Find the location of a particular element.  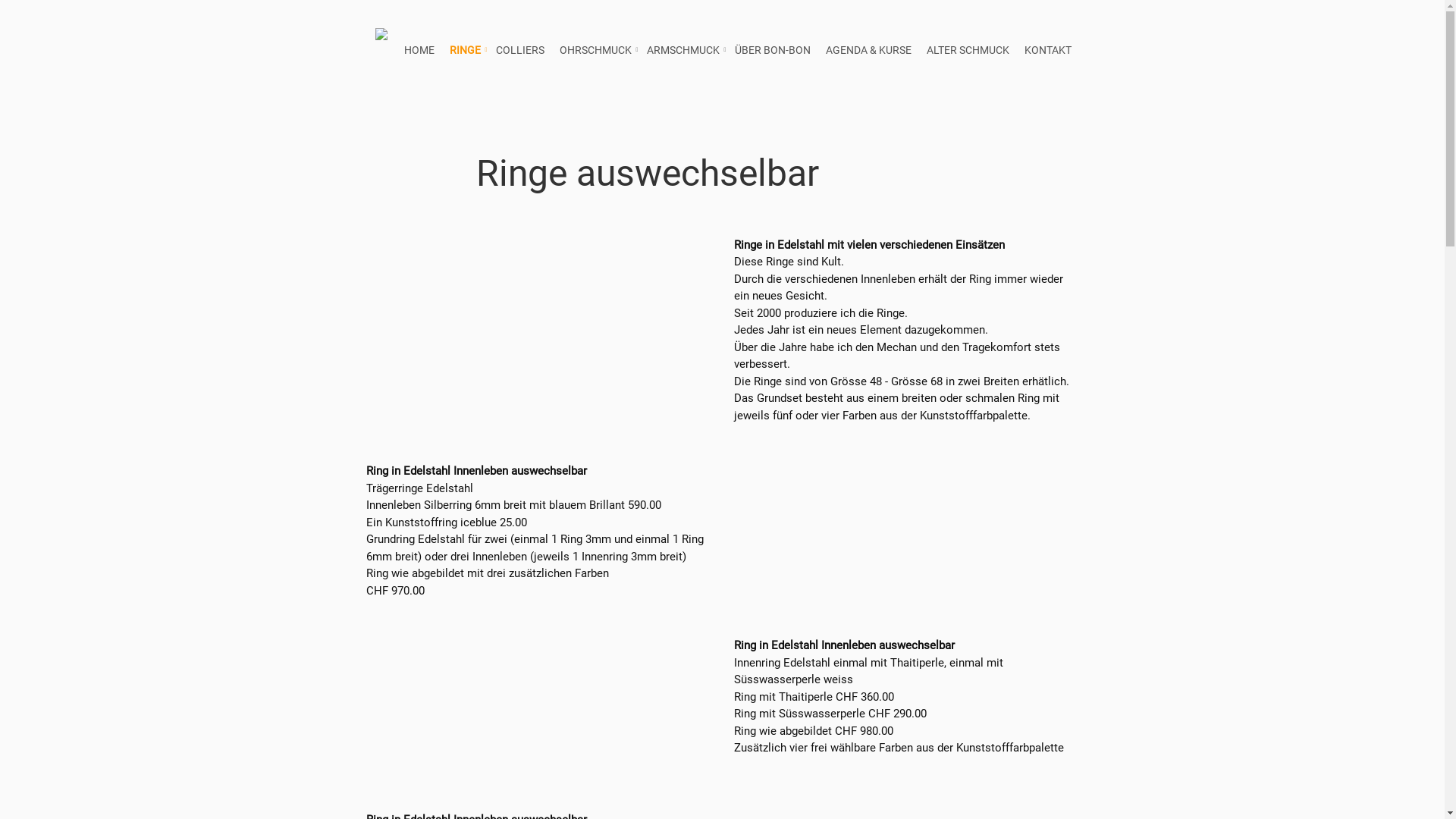

'AGENDA & KURSE' is located at coordinates (868, 49).